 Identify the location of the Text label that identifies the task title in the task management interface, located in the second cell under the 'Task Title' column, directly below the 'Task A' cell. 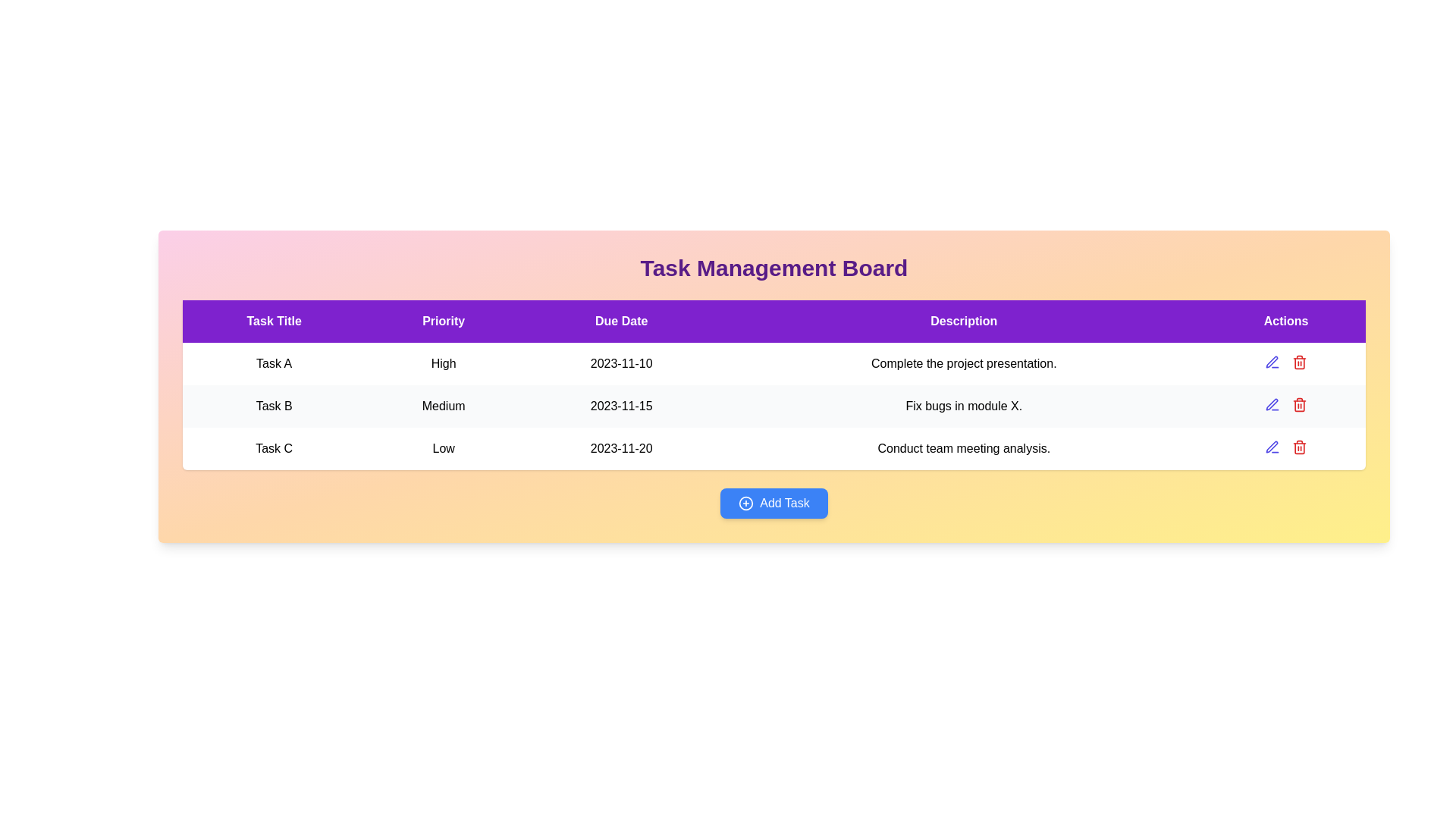
(274, 406).